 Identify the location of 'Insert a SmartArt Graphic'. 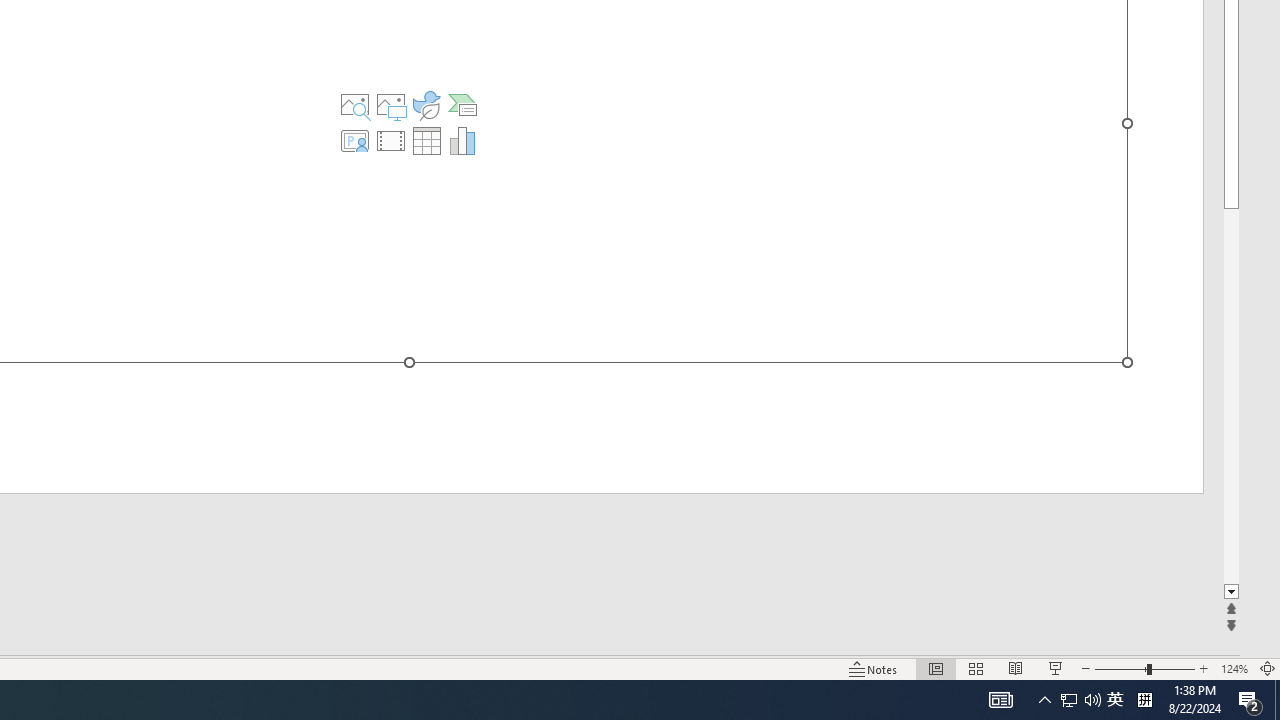
(461, 105).